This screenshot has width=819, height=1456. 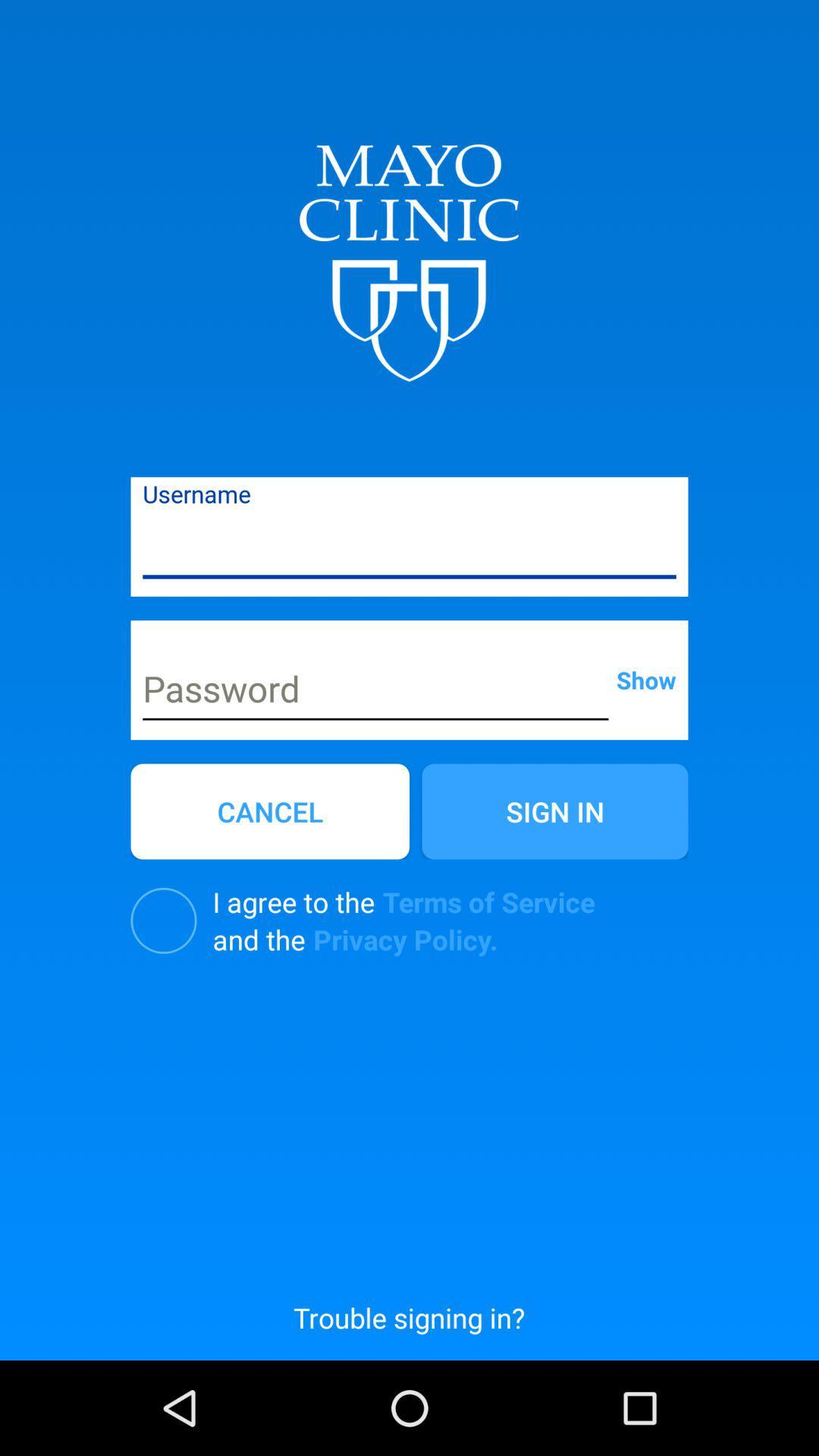 What do you see at coordinates (164, 920) in the screenshot?
I see `t c agreed icon` at bounding box center [164, 920].